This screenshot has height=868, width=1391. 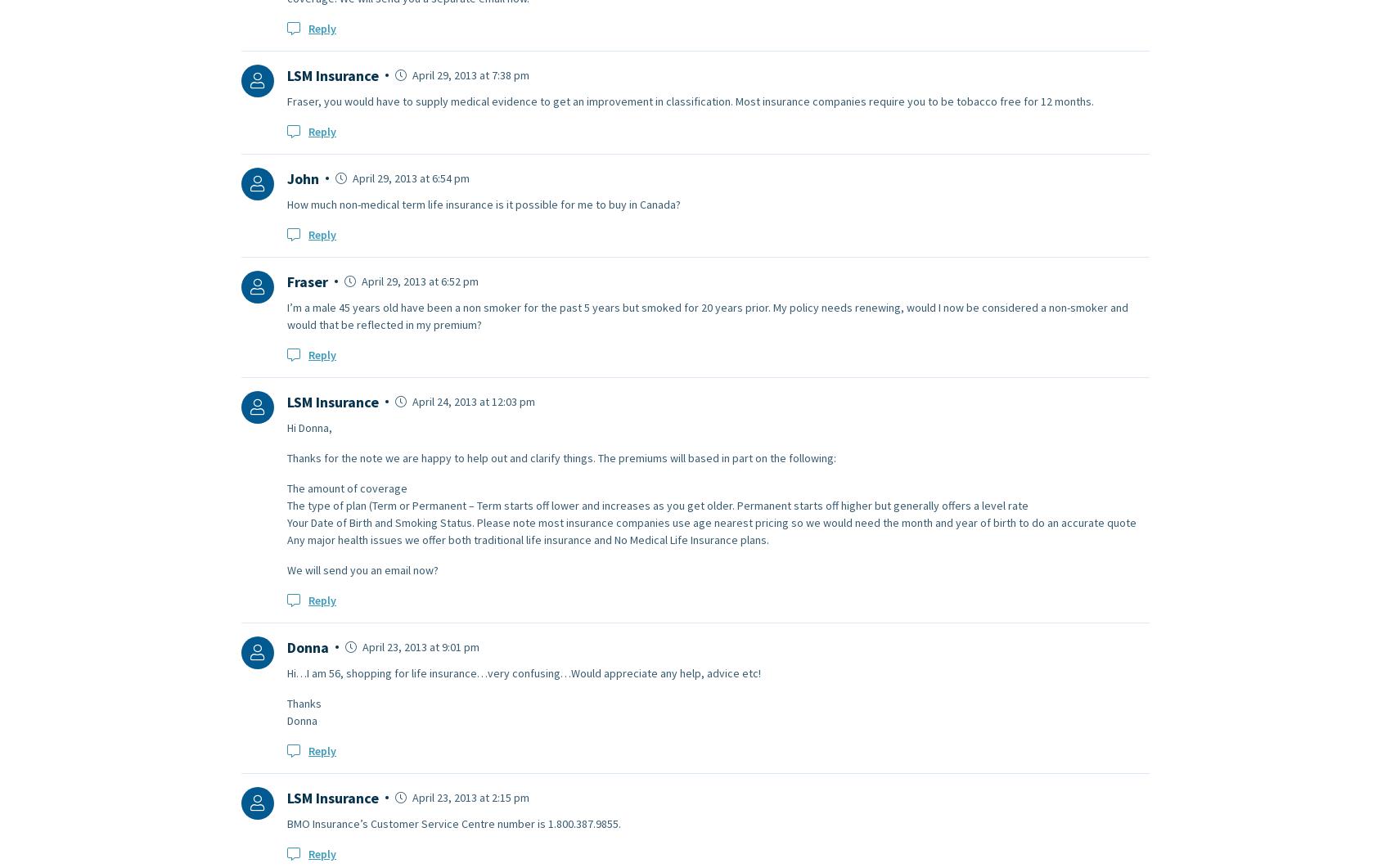 What do you see at coordinates (409, 176) in the screenshot?
I see `'April 29, 2013 at 6:54 pm'` at bounding box center [409, 176].